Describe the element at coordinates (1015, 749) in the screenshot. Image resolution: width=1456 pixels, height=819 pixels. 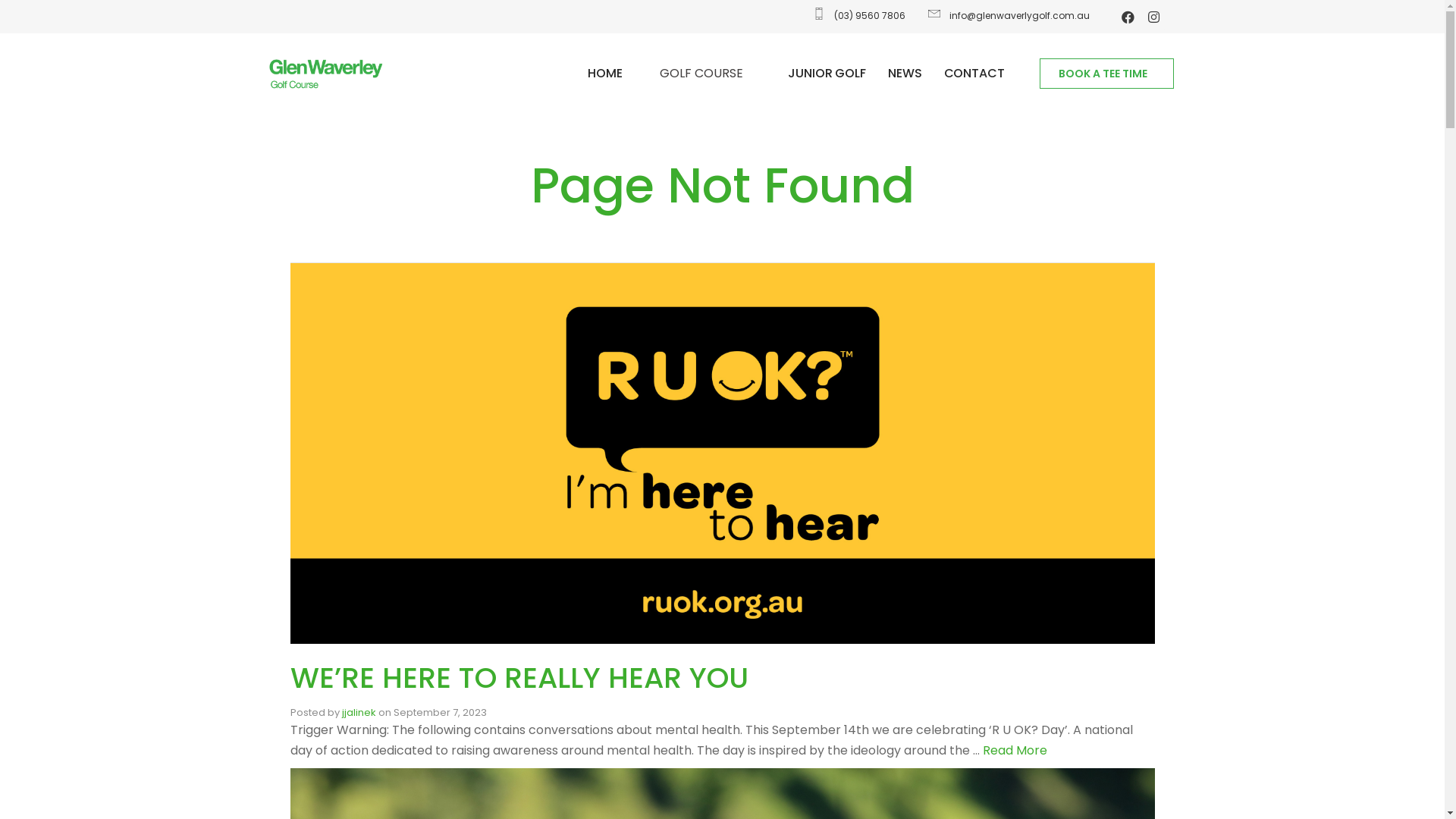
I see `'Read More'` at that location.